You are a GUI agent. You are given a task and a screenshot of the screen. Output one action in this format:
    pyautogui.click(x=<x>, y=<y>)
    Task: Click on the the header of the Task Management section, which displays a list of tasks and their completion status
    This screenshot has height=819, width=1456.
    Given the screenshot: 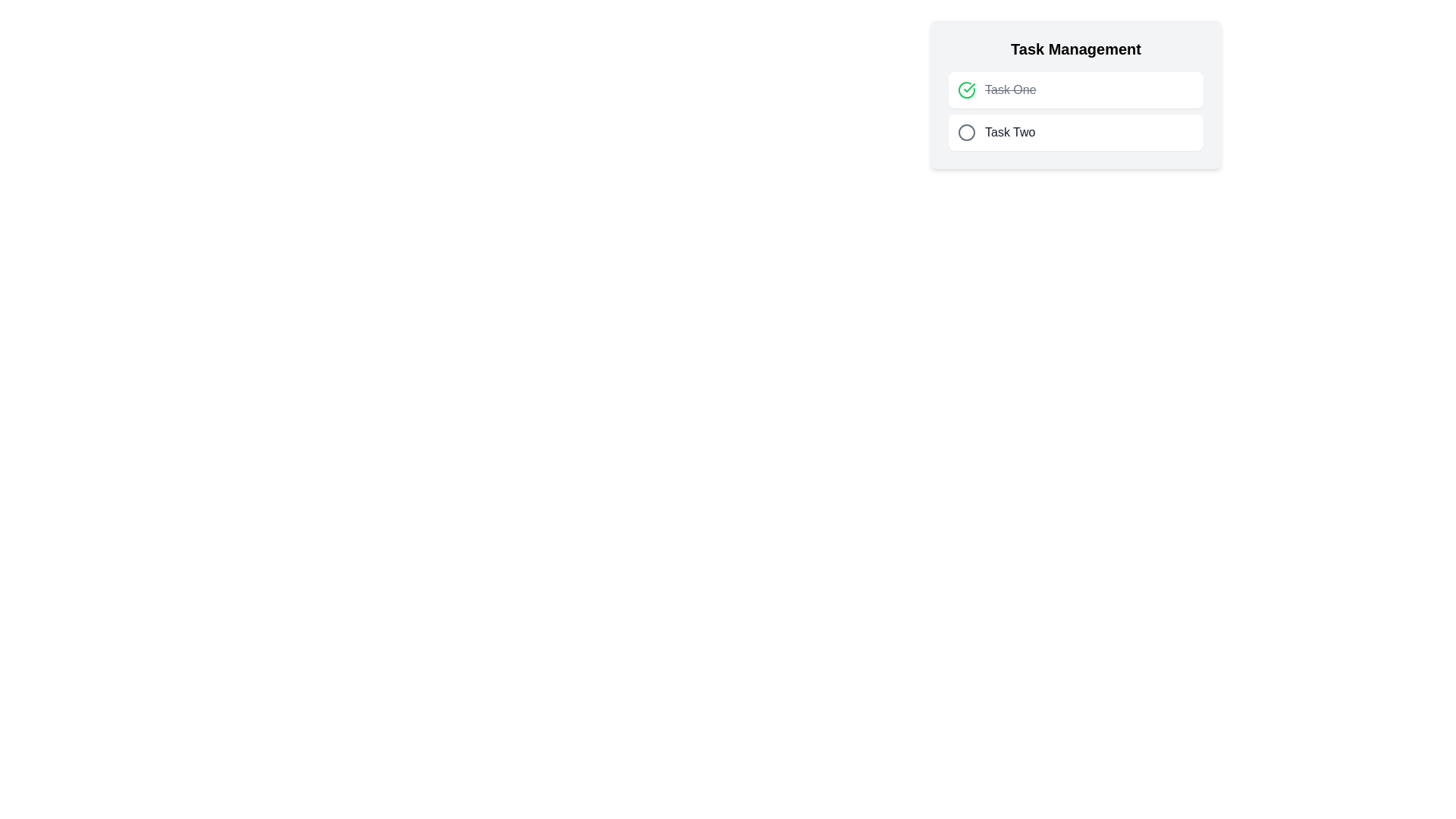 What is the action you would take?
    pyautogui.click(x=1075, y=94)
    